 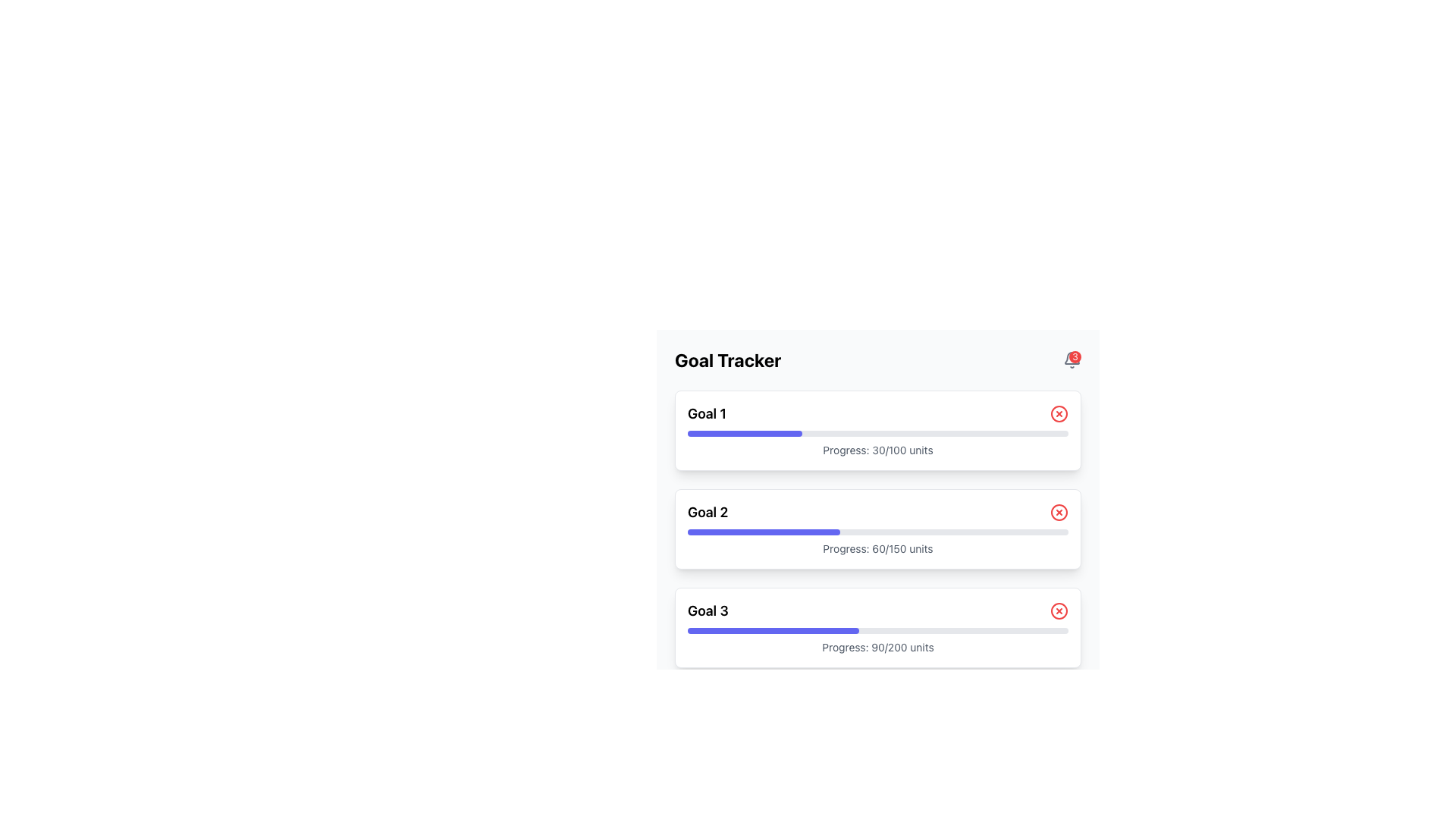 What do you see at coordinates (764, 532) in the screenshot?
I see `the color and dimensions of the Progress bar segment within the 'Goal 2' section, which visually indicates 40% of the total progress` at bounding box center [764, 532].